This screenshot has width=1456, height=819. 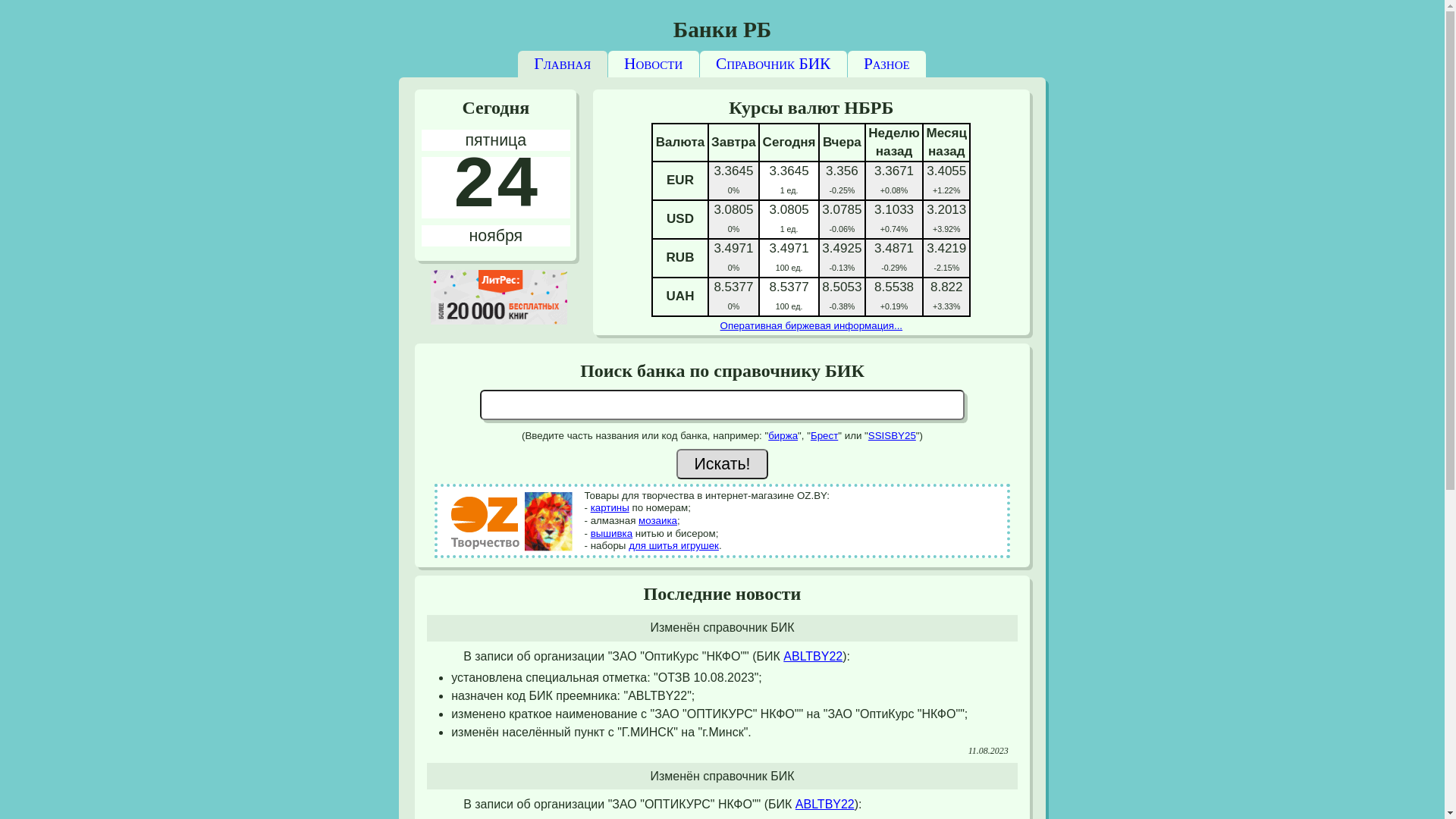 What do you see at coordinates (892, 435) in the screenshot?
I see `'SSISBY25'` at bounding box center [892, 435].